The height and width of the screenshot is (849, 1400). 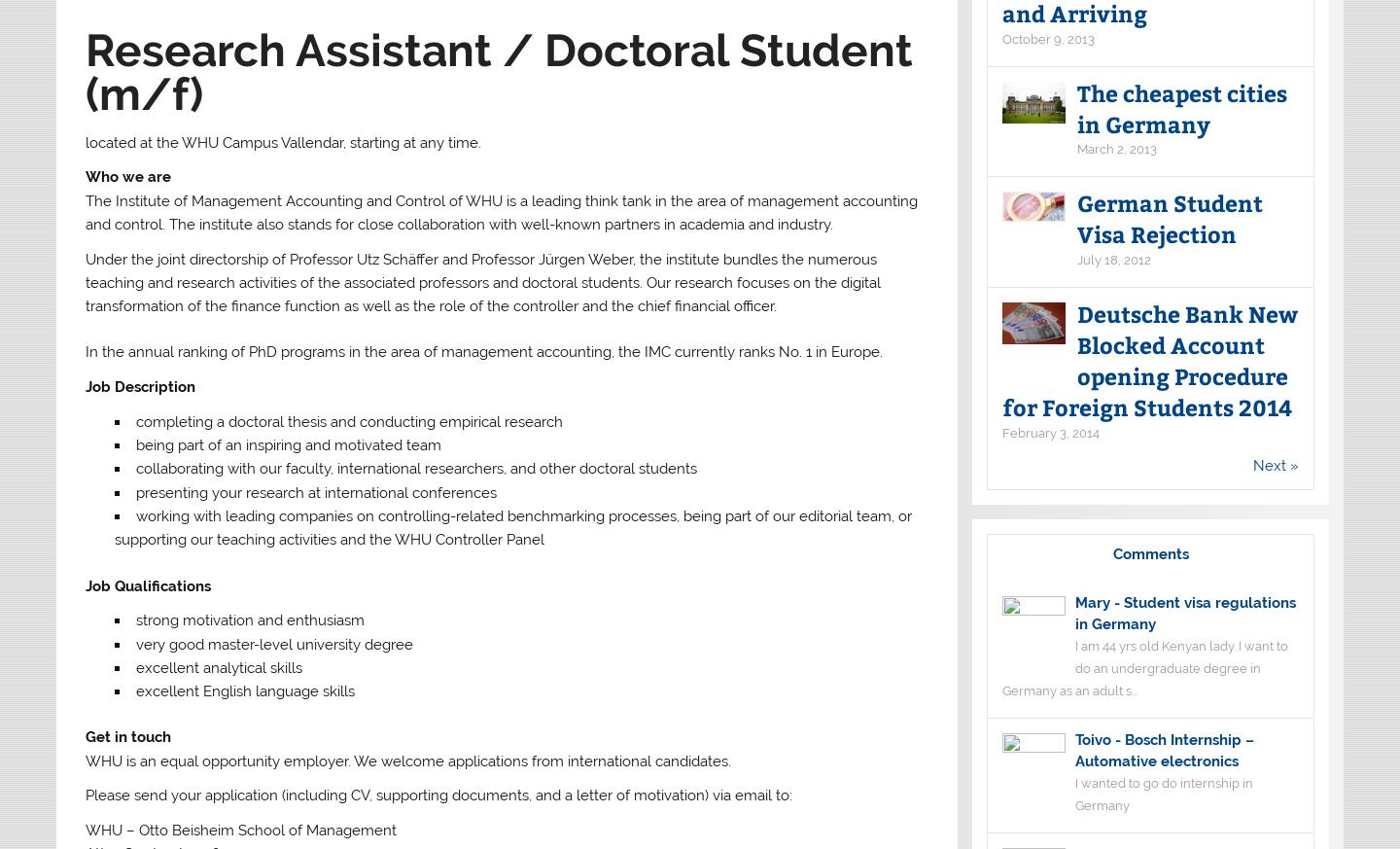 What do you see at coordinates (272, 643) in the screenshot?
I see `'very good master-level university degree'` at bounding box center [272, 643].